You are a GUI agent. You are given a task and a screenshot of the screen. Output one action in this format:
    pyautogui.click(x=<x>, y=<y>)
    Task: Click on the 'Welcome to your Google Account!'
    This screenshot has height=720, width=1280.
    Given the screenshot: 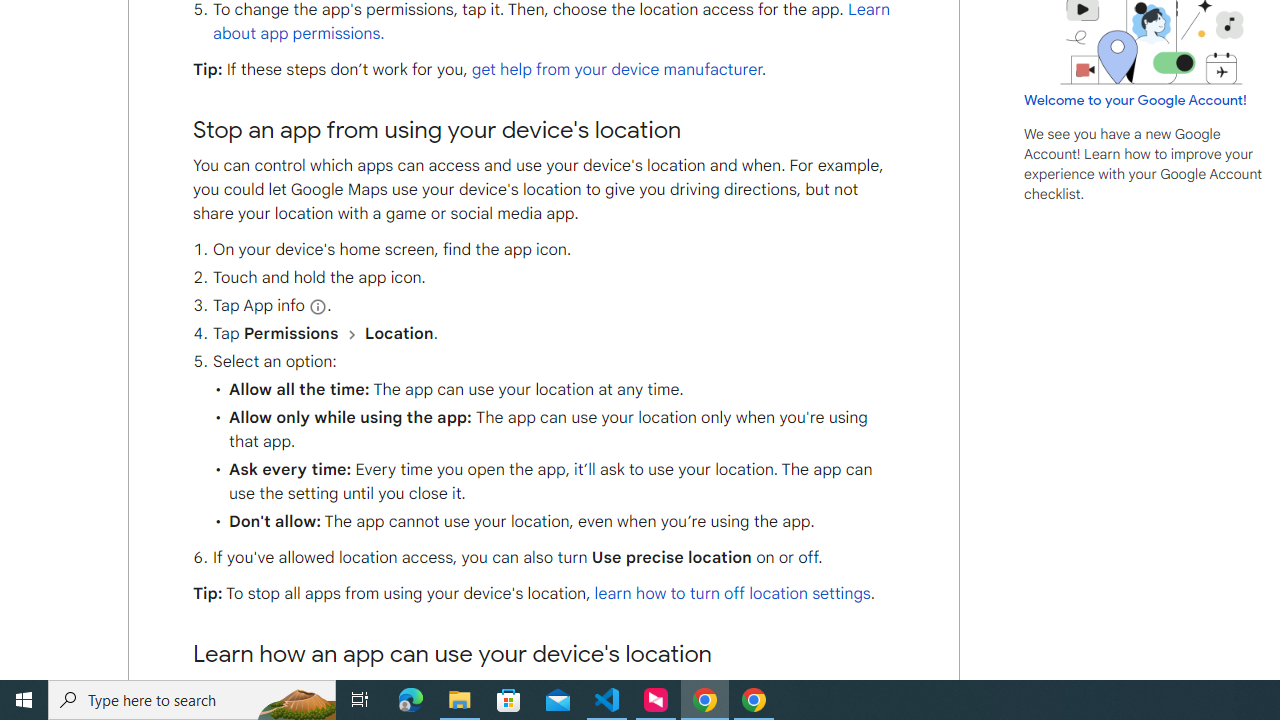 What is the action you would take?
    pyautogui.click(x=1135, y=99)
    